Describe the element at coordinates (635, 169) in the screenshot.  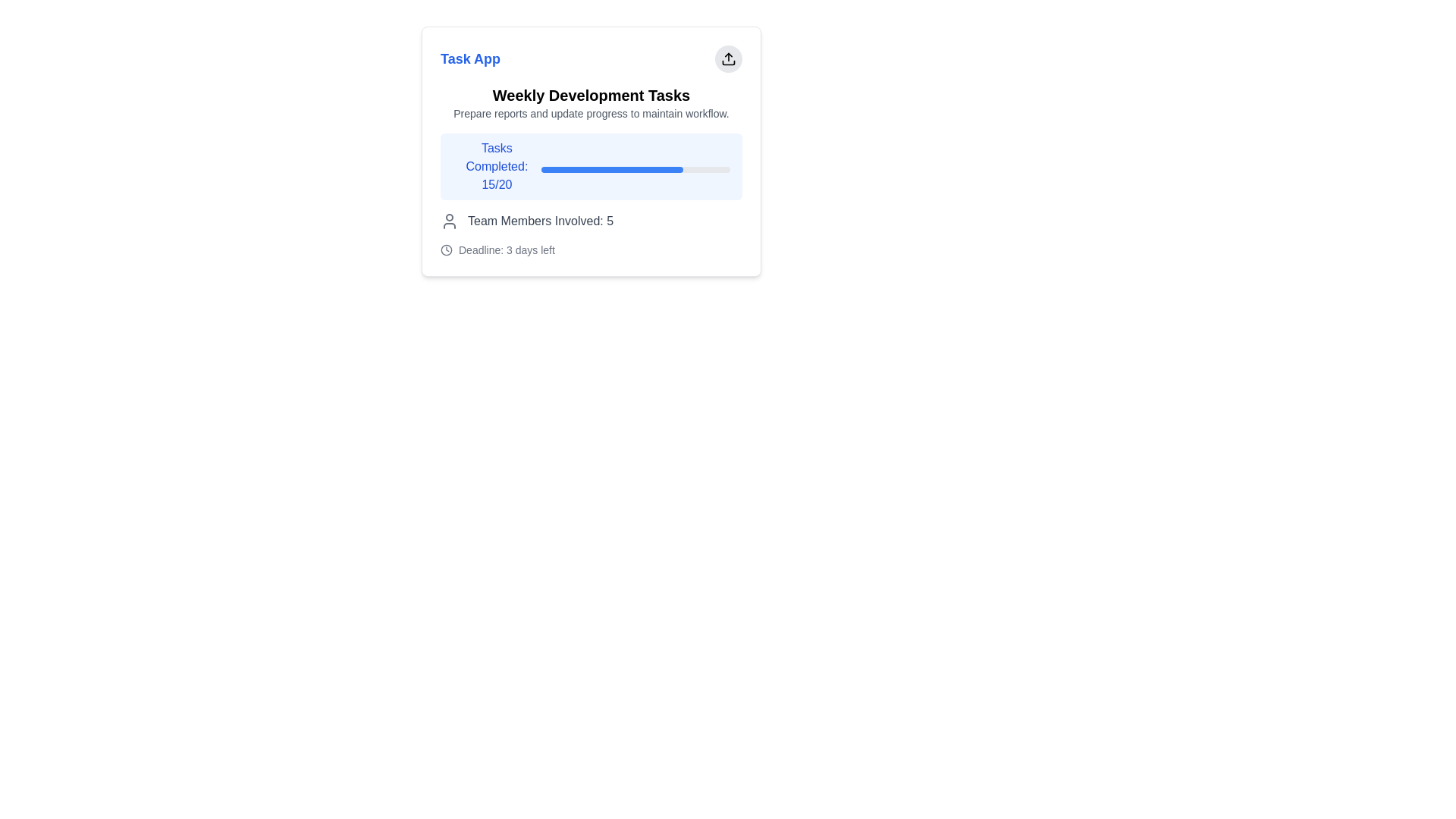
I see `the progress bar located under the text 'Tasks Completed: 15/20', which visually represents the completion status of a task` at that location.